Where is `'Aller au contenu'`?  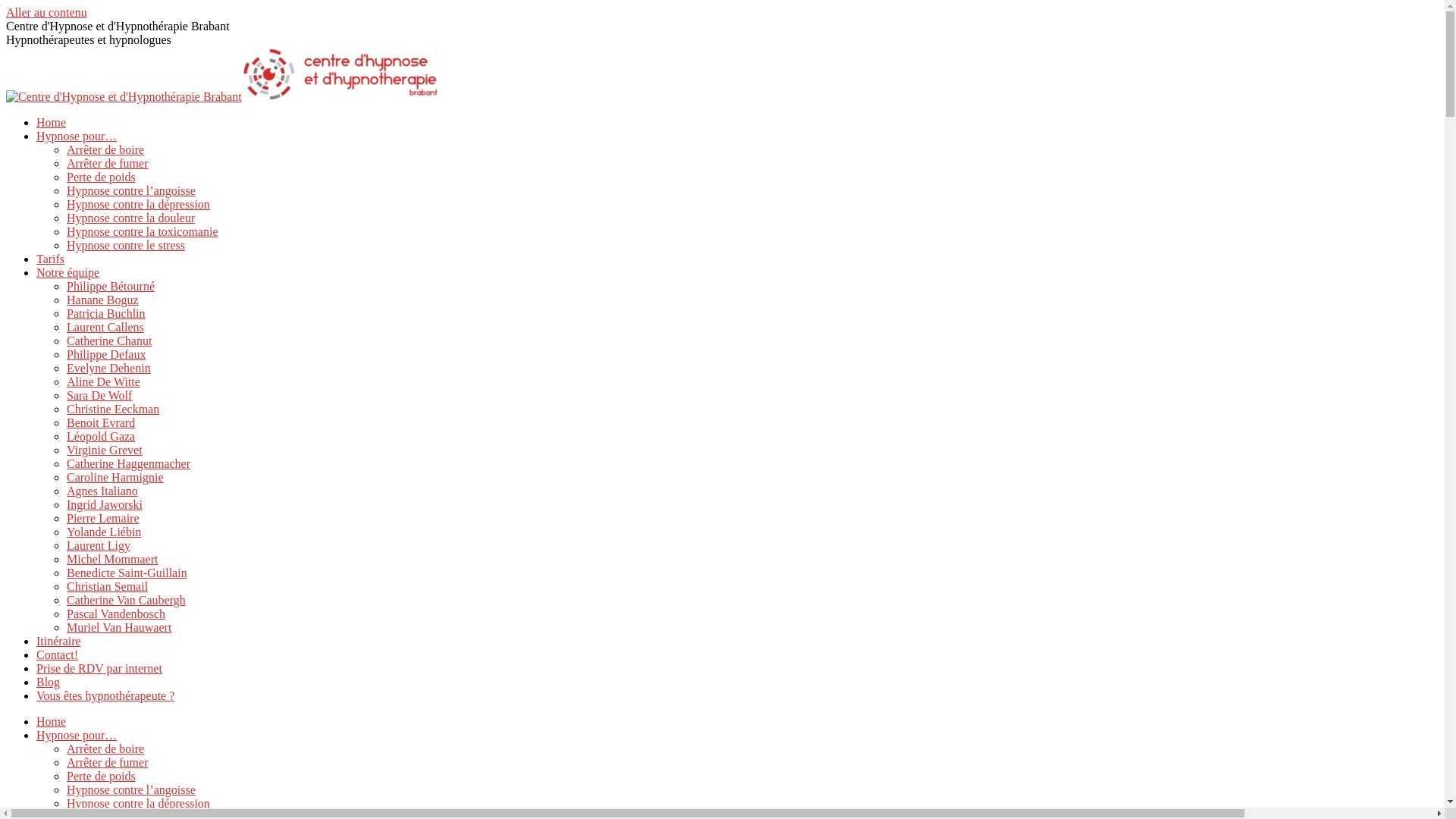 'Aller au contenu' is located at coordinates (46, 12).